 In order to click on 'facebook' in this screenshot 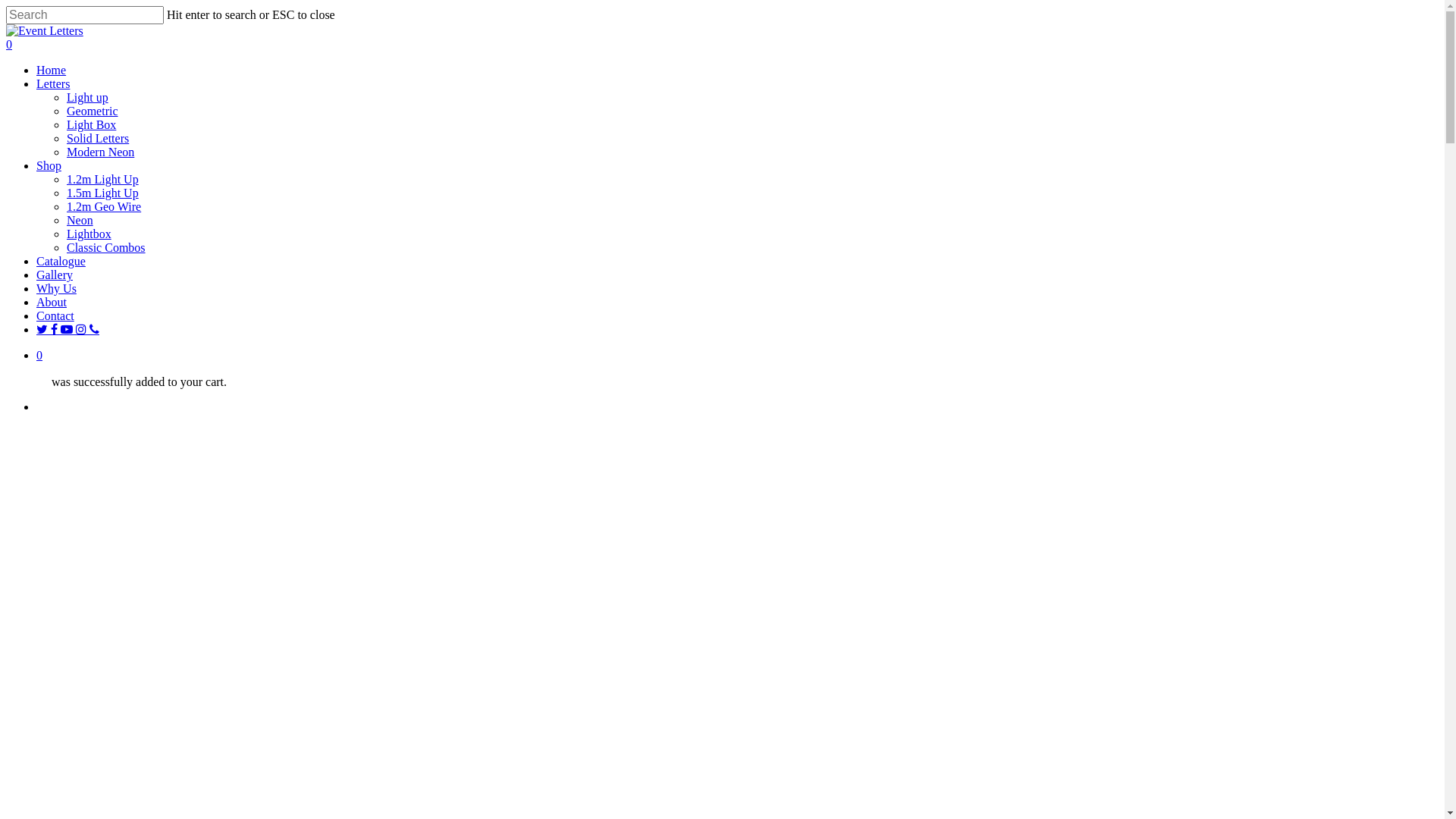, I will do `click(51, 328)`.